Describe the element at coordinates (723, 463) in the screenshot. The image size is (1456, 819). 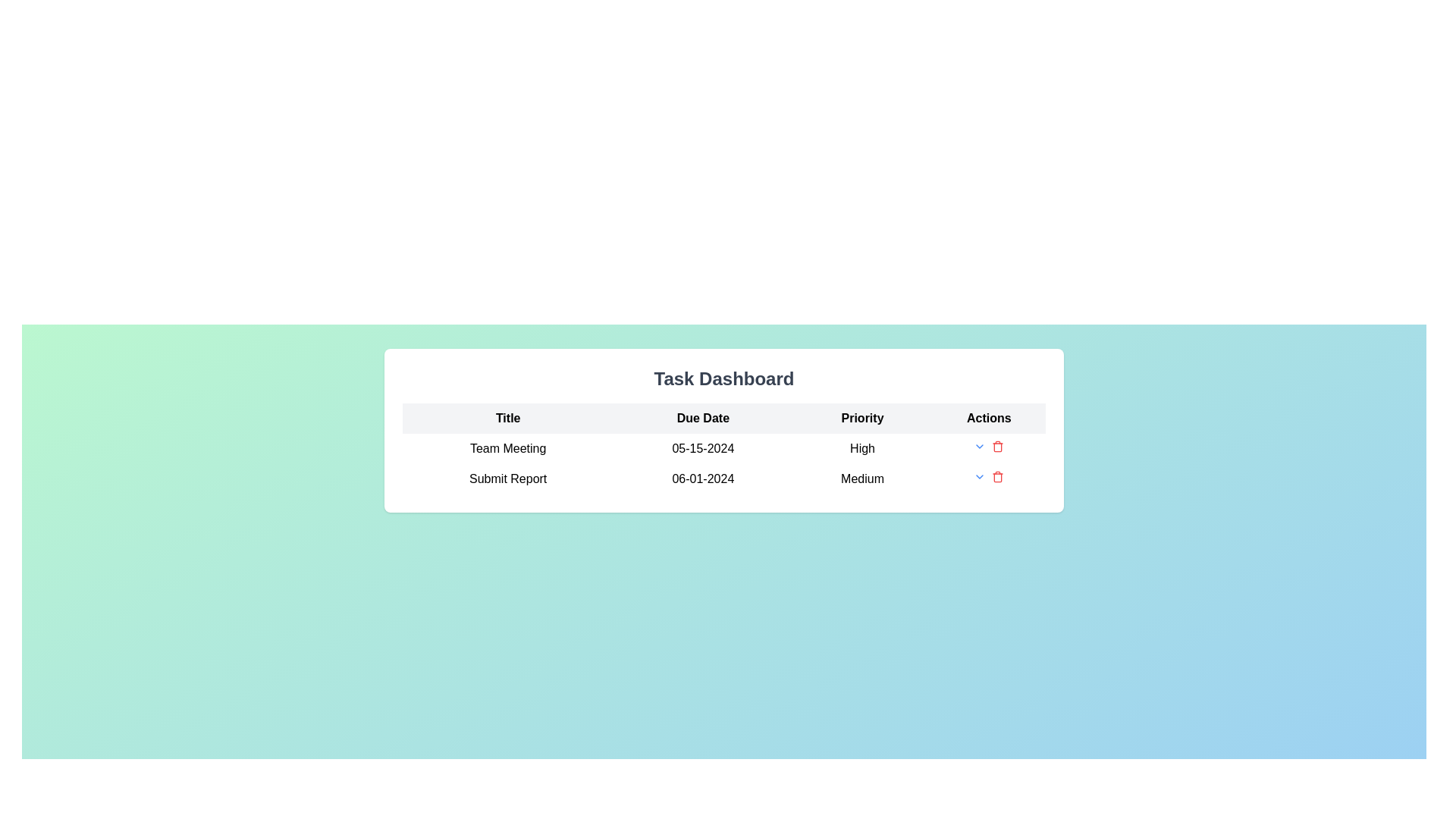
I see `the table row displaying task details under the 'Task Dashboard', which includes titles, due dates, and priority levels` at that location.